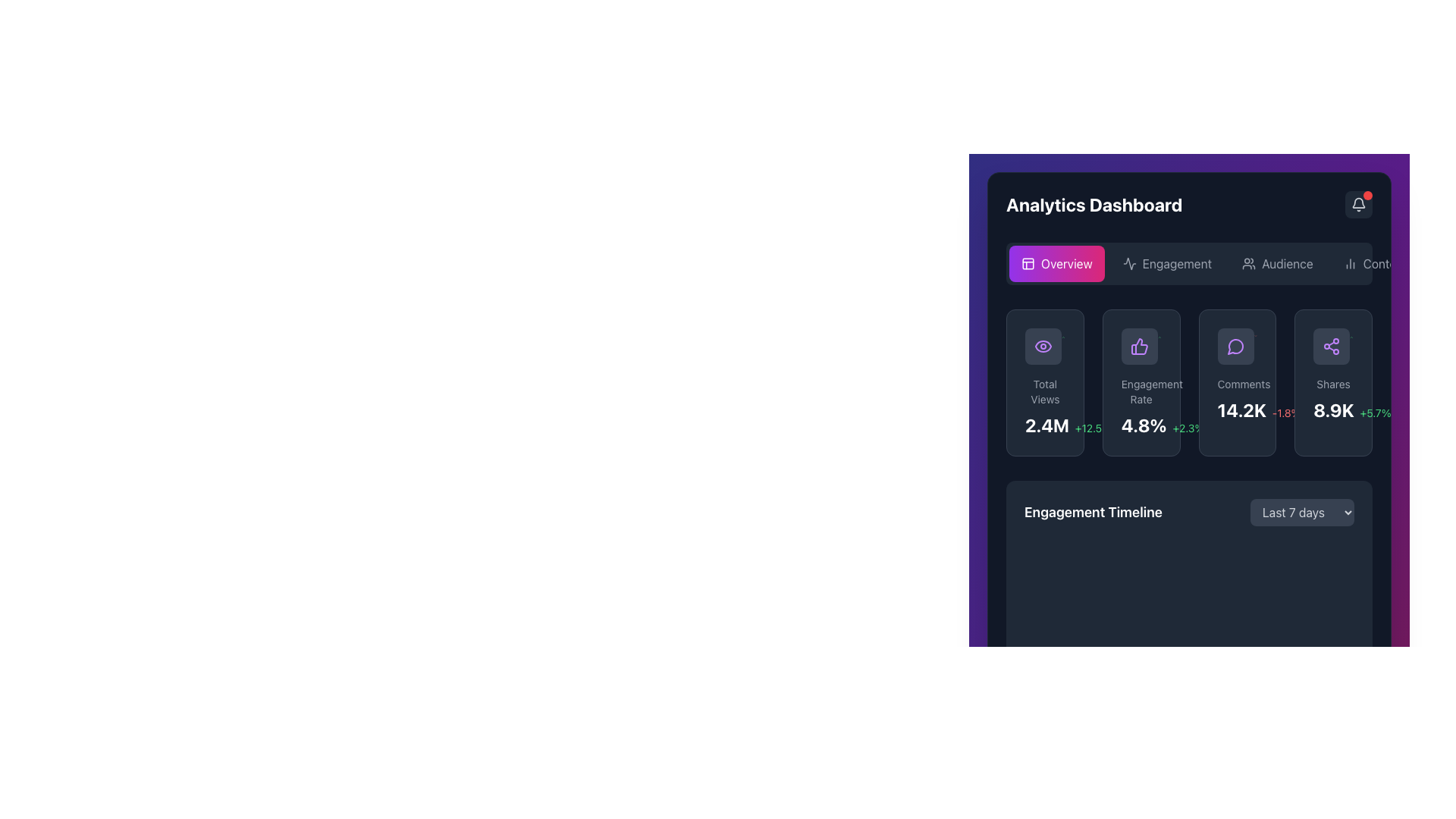 The image size is (1456, 819). I want to click on the 'Engagement' text label, so click(1176, 262).